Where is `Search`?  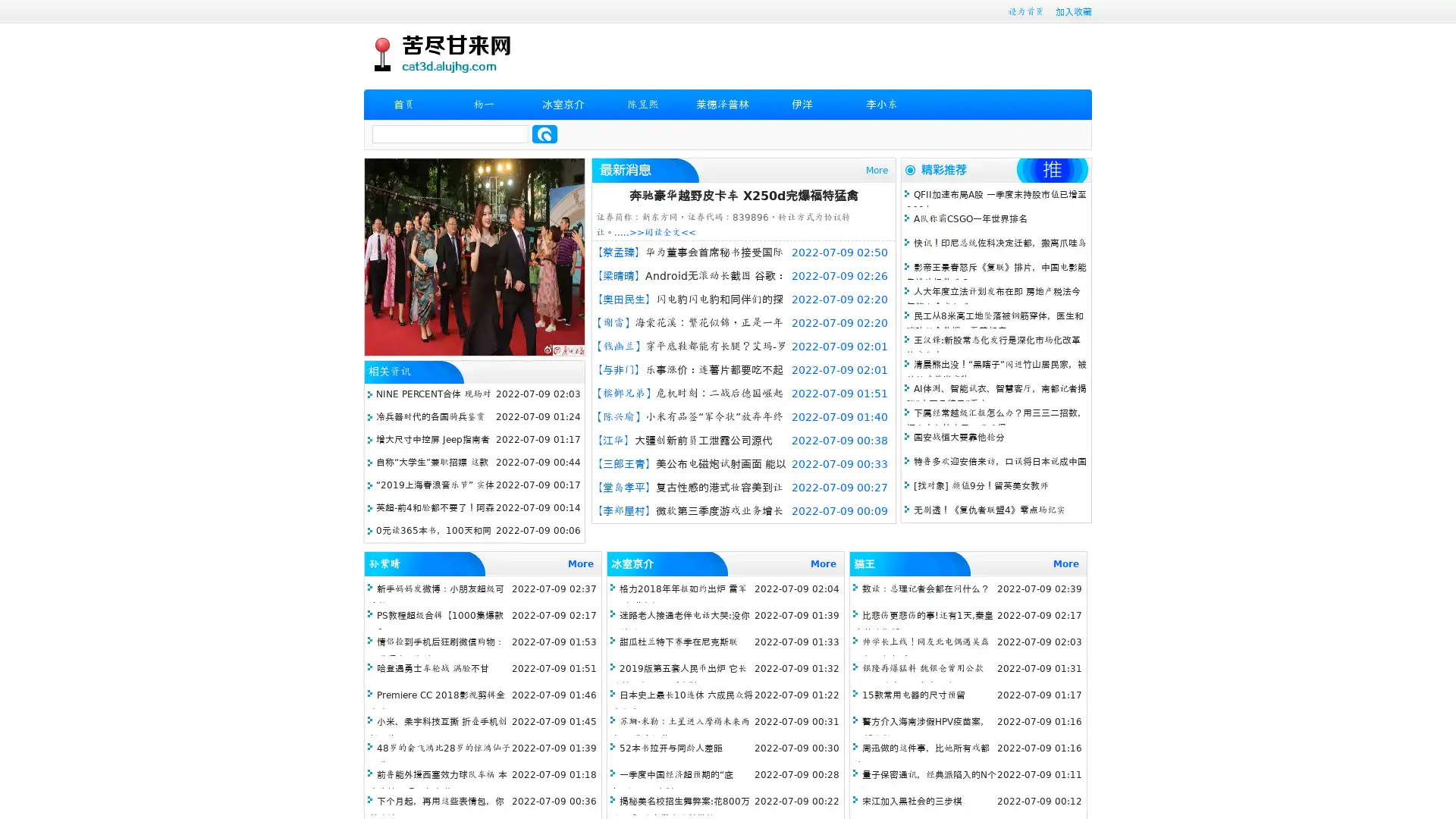 Search is located at coordinates (544, 133).